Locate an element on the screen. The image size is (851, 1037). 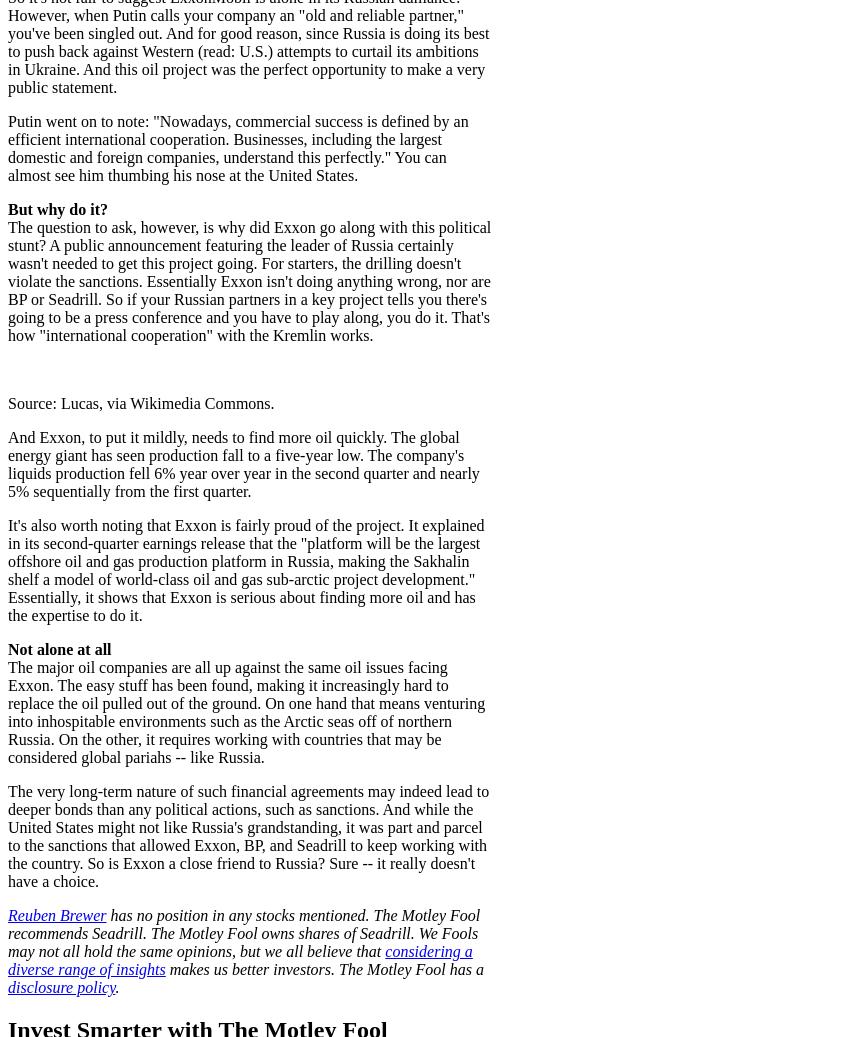
'considering a diverse range of insights' is located at coordinates (238, 959).